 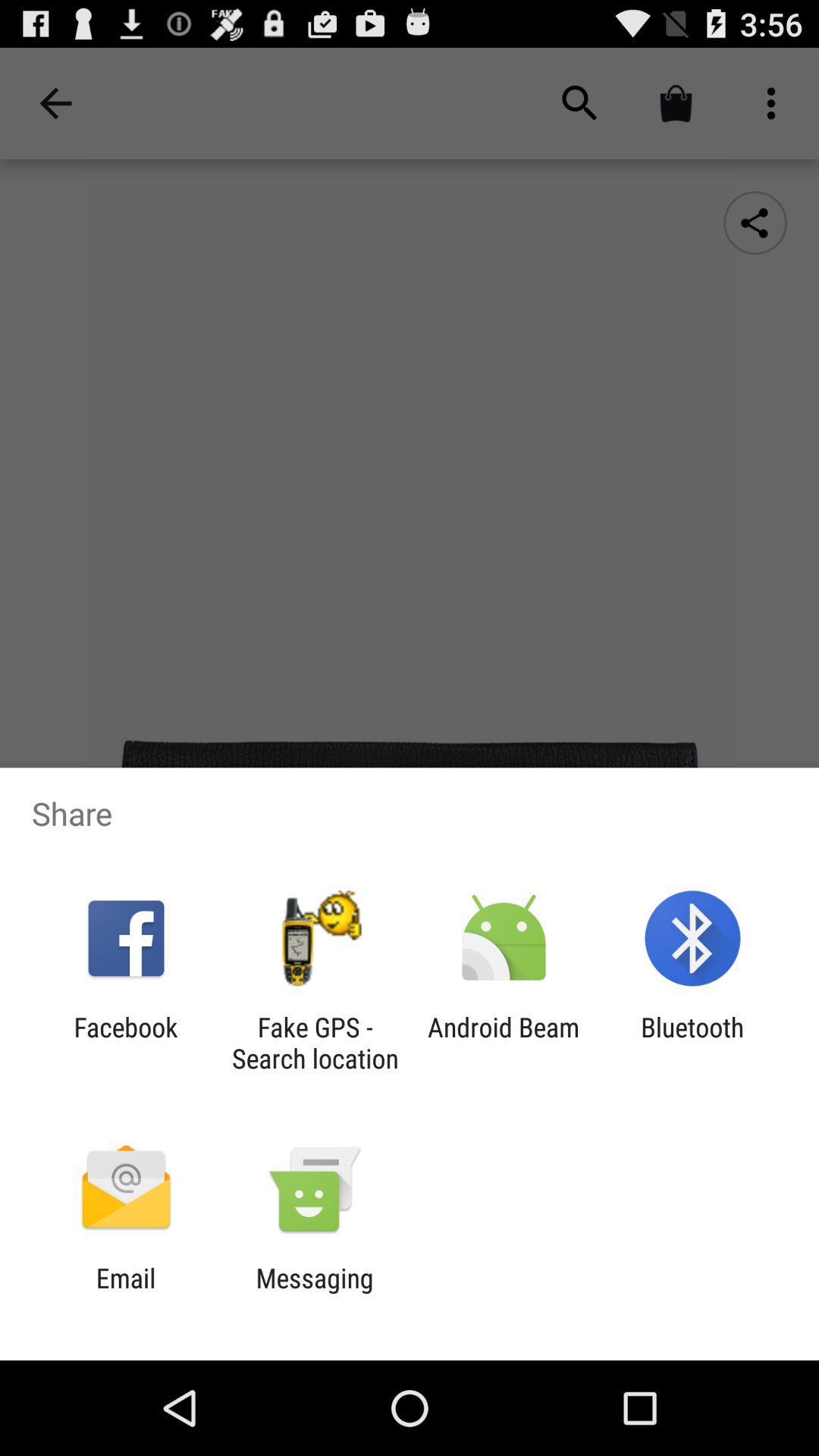 What do you see at coordinates (125, 1293) in the screenshot?
I see `the icon next to the messaging item` at bounding box center [125, 1293].